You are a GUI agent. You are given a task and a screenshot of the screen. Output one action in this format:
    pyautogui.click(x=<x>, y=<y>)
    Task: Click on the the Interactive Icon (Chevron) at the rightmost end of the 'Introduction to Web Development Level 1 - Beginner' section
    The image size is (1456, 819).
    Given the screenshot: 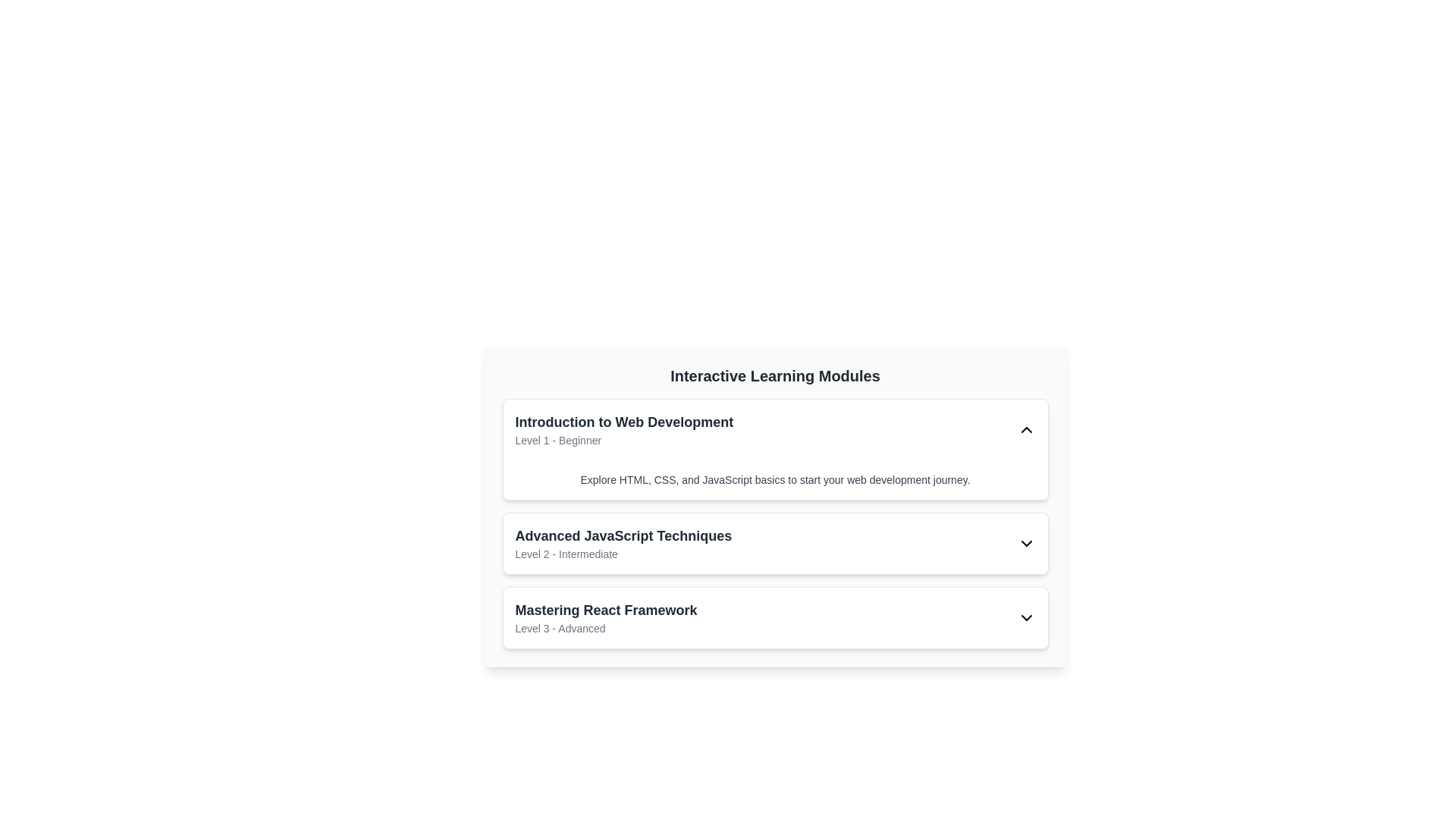 What is the action you would take?
    pyautogui.click(x=1026, y=430)
    